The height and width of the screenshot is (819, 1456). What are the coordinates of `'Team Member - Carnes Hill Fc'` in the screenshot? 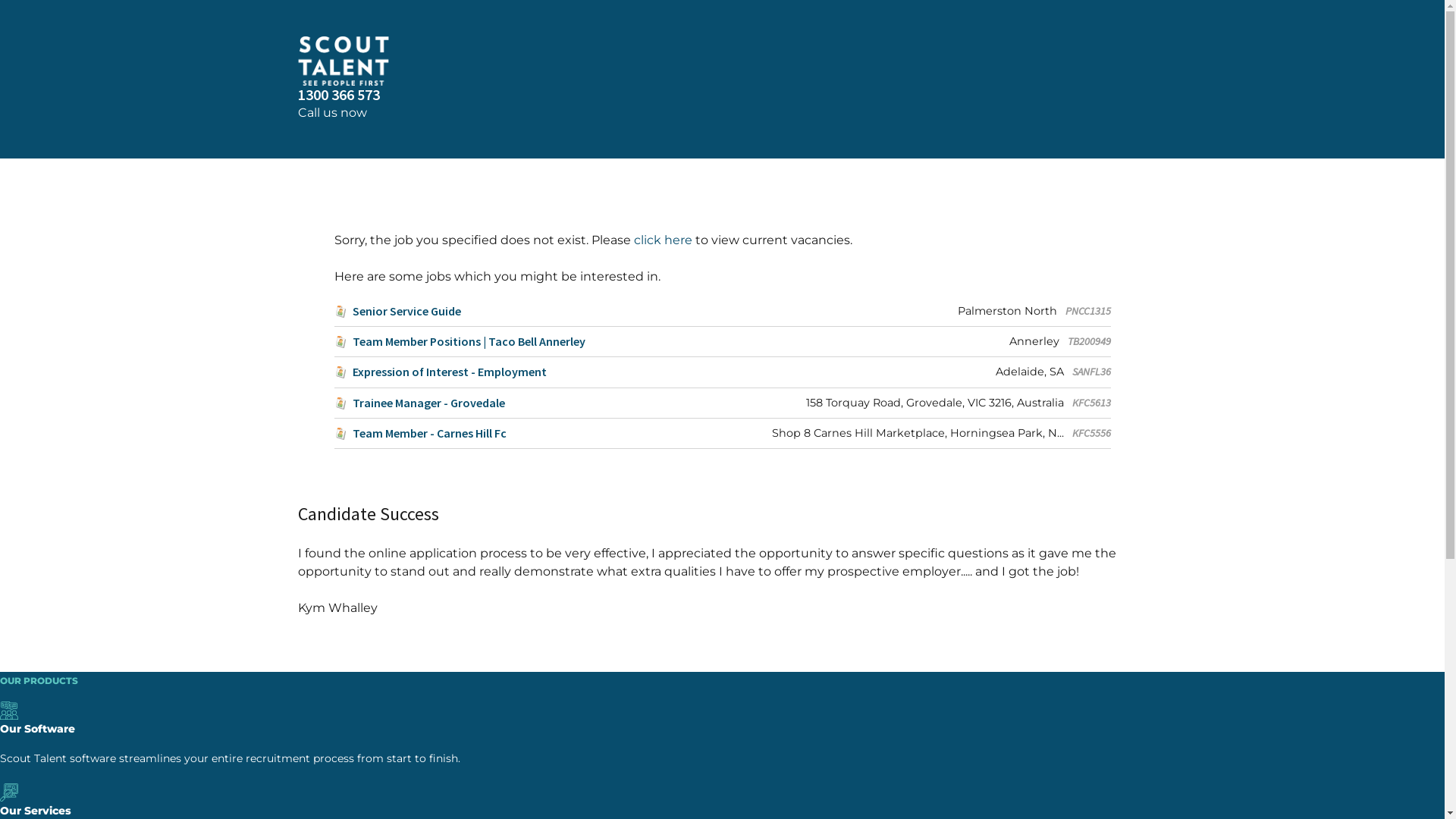 It's located at (419, 433).